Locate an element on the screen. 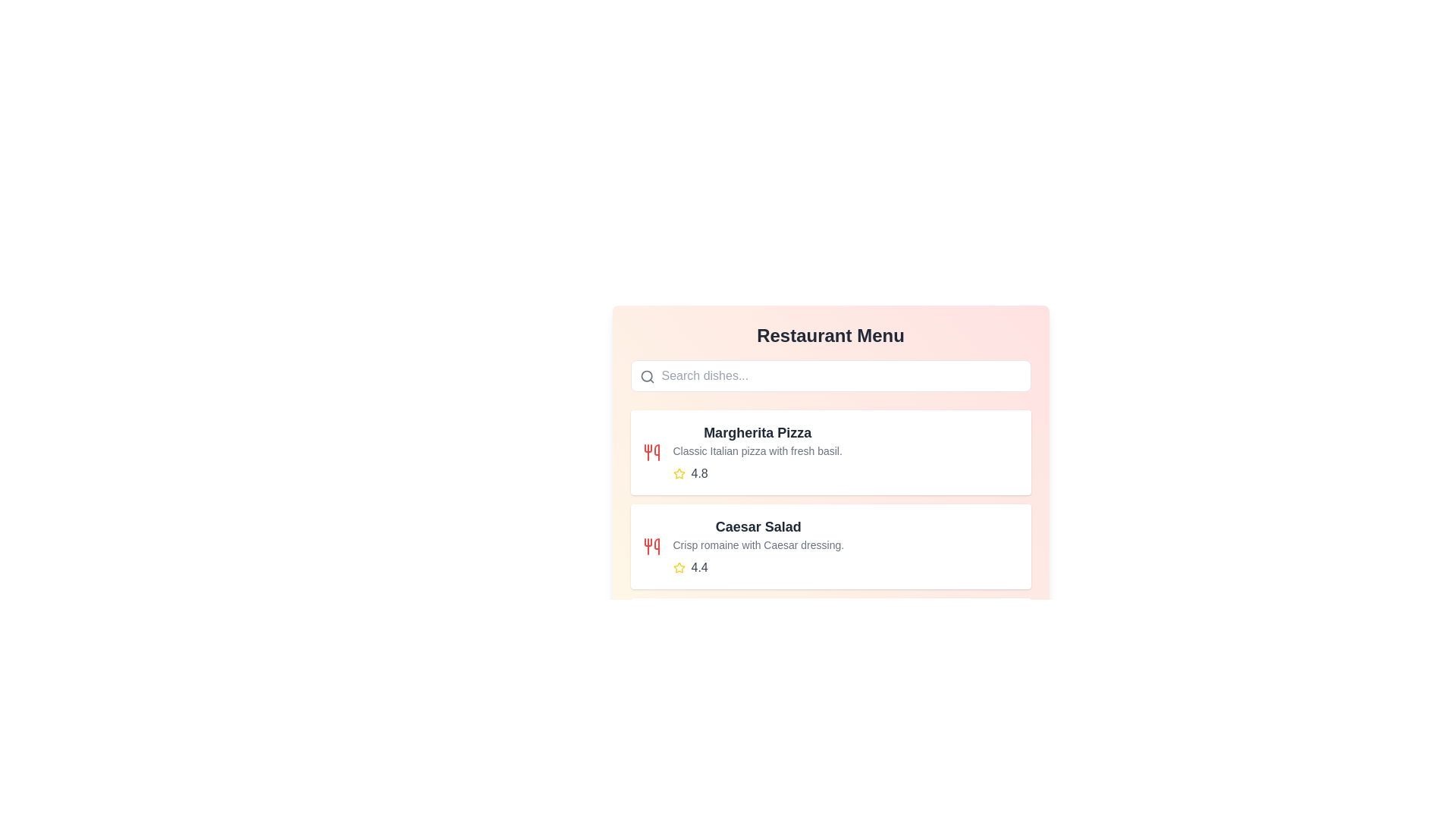 This screenshot has height=819, width=1456. bold, large, dark-gray text labeled 'Margherita Pizza' at the top of the menu item card, which is positioned in the center column of the menu interface is located at coordinates (758, 432).